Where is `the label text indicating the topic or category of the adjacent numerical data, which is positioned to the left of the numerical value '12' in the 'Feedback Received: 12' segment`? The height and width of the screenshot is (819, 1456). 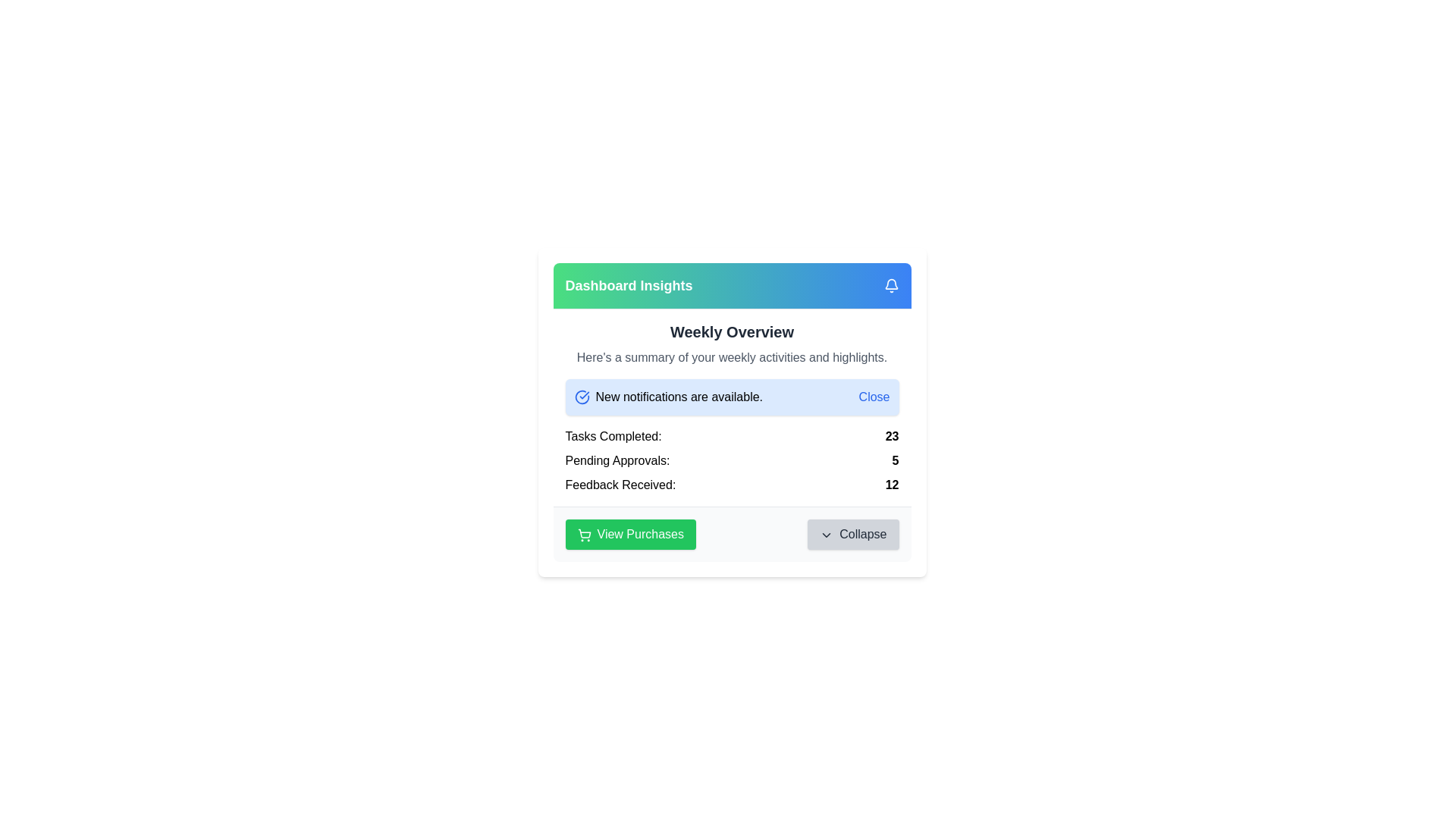
the label text indicating the topic or category of the adjacent numerical data, which is positioned to the left of the numerical value '12' in the 'Feedback Received: 12' segment is located at coordinates (620, 485).